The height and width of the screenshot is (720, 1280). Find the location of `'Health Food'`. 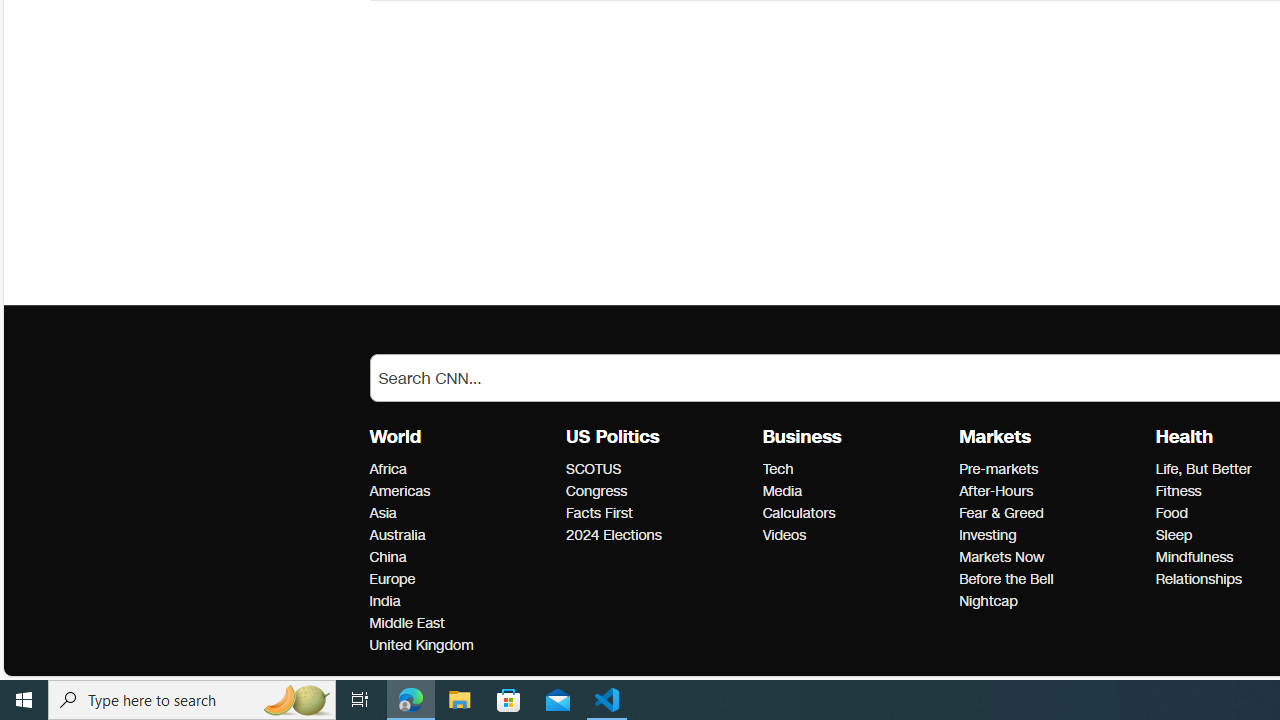

'Health Food' is located at coordinates (1171, 512).